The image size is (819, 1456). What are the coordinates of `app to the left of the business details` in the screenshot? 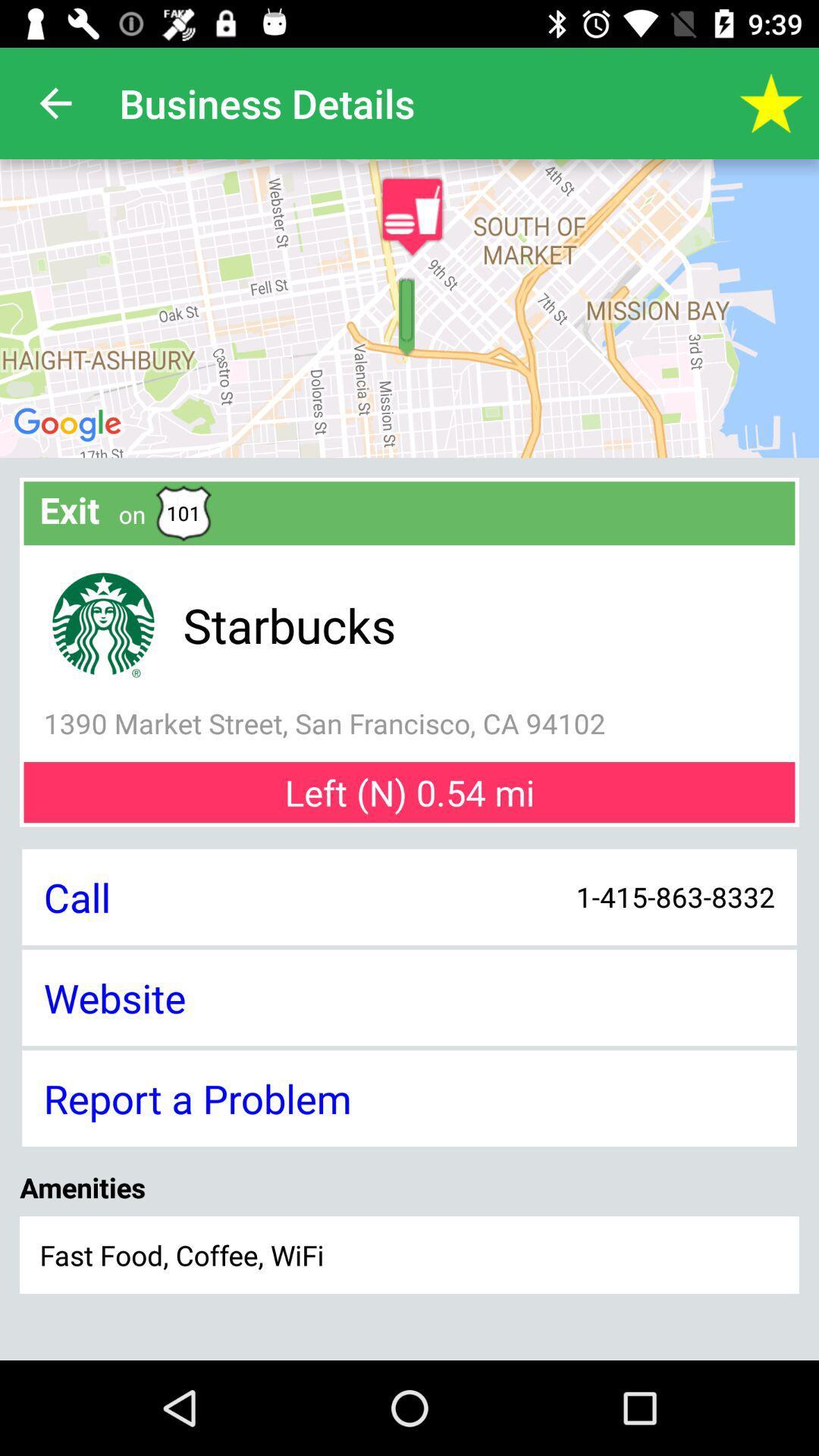 It's located at (55, 102).